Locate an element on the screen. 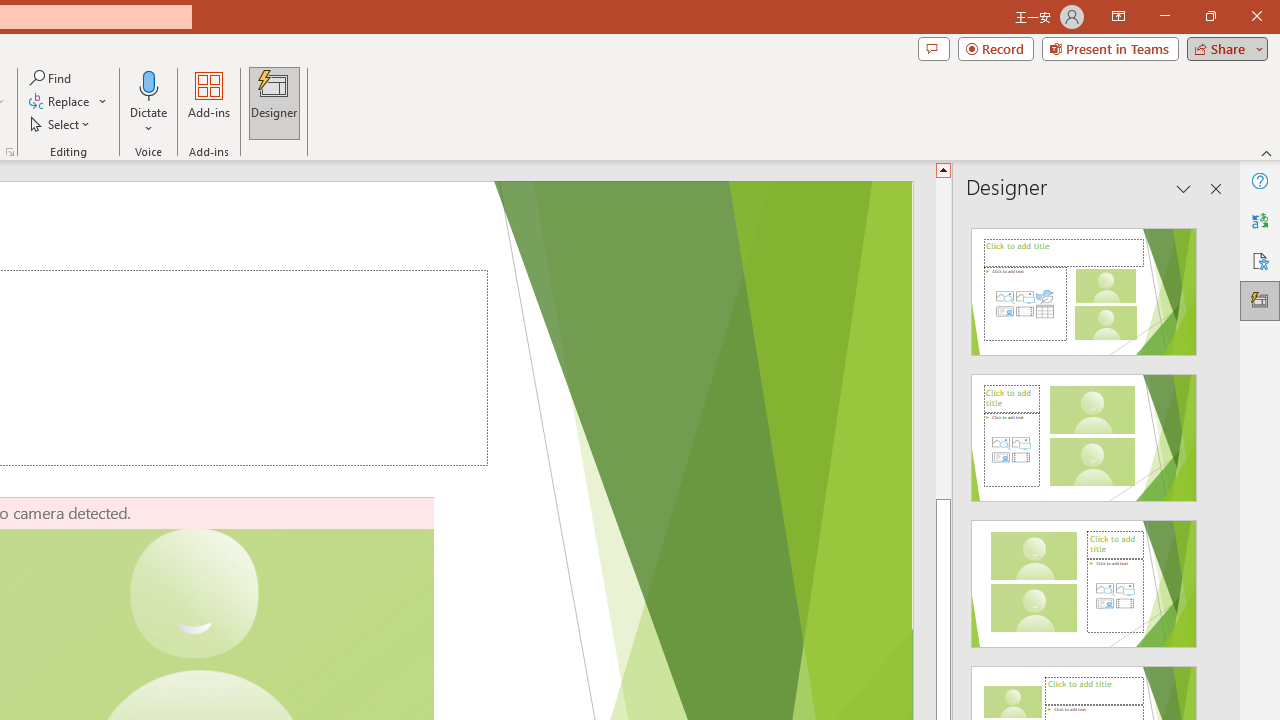 This screenshot has height=720, width=1280. 'Select' is located at coordinates (61, 124).